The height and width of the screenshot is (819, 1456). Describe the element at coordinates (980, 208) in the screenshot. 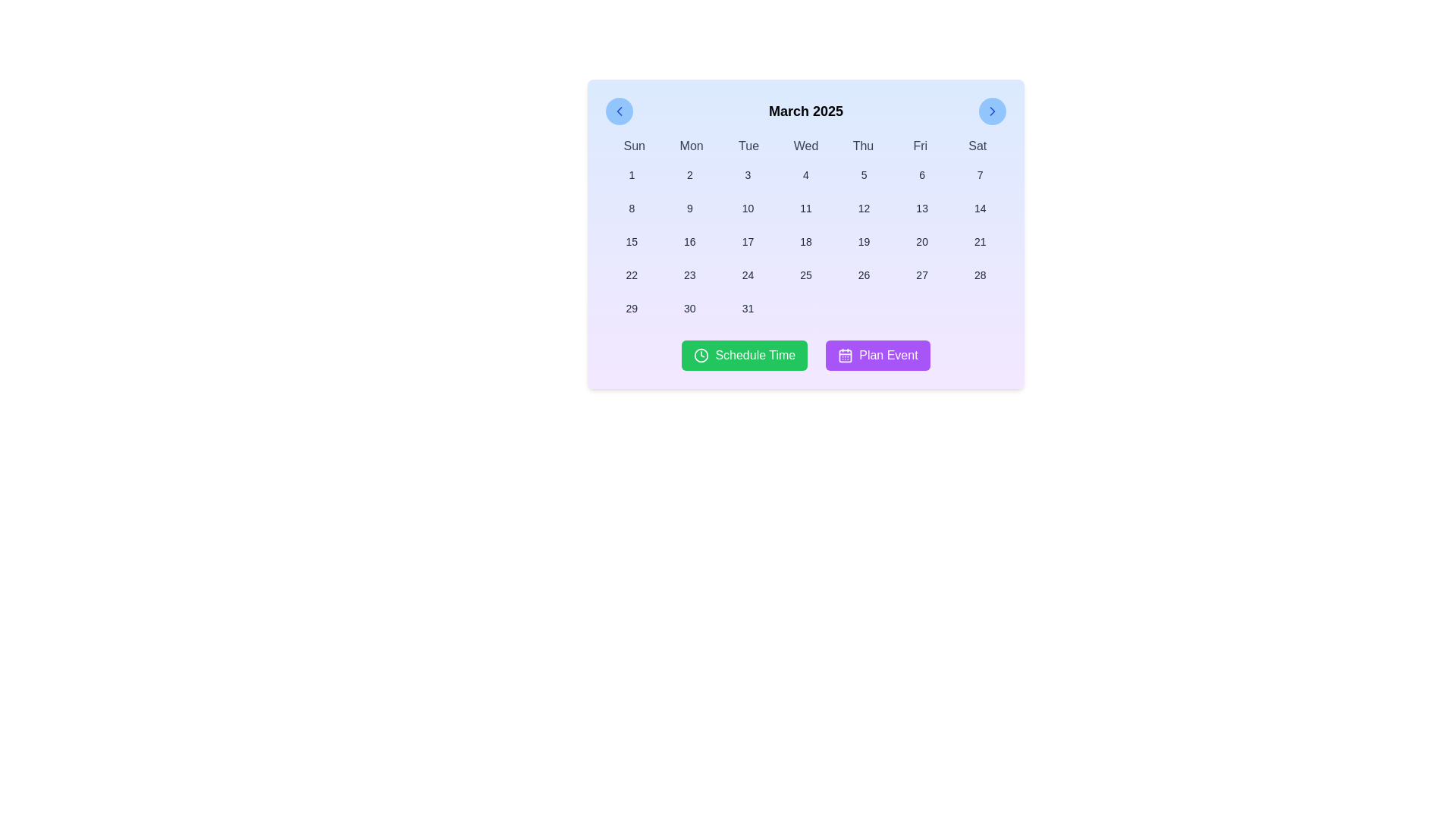

I see `the selectable date button for the 14th day of the month in the calendar to observe its hover effect` at that location.